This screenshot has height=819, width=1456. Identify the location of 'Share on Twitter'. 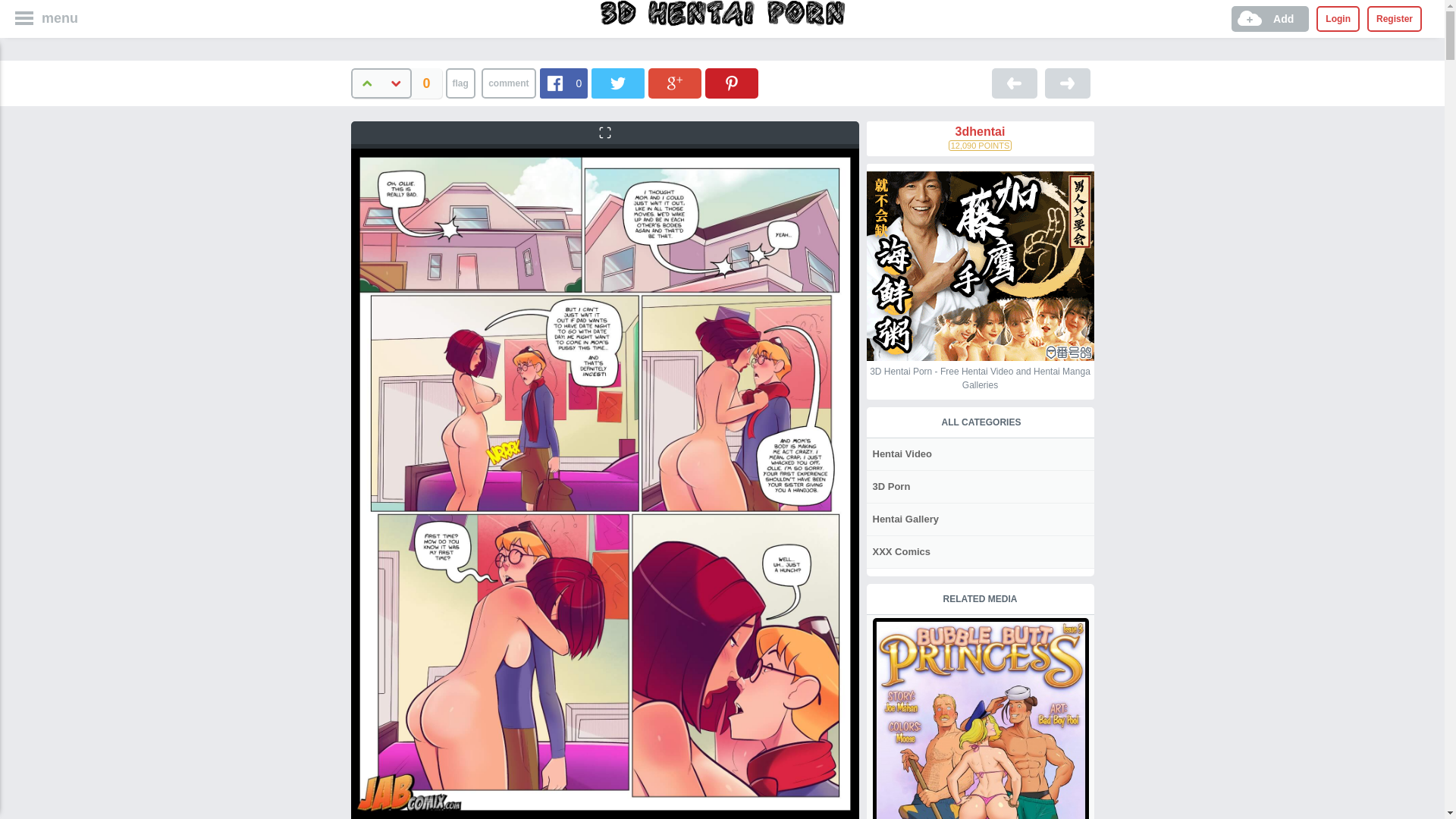
(618, 83).